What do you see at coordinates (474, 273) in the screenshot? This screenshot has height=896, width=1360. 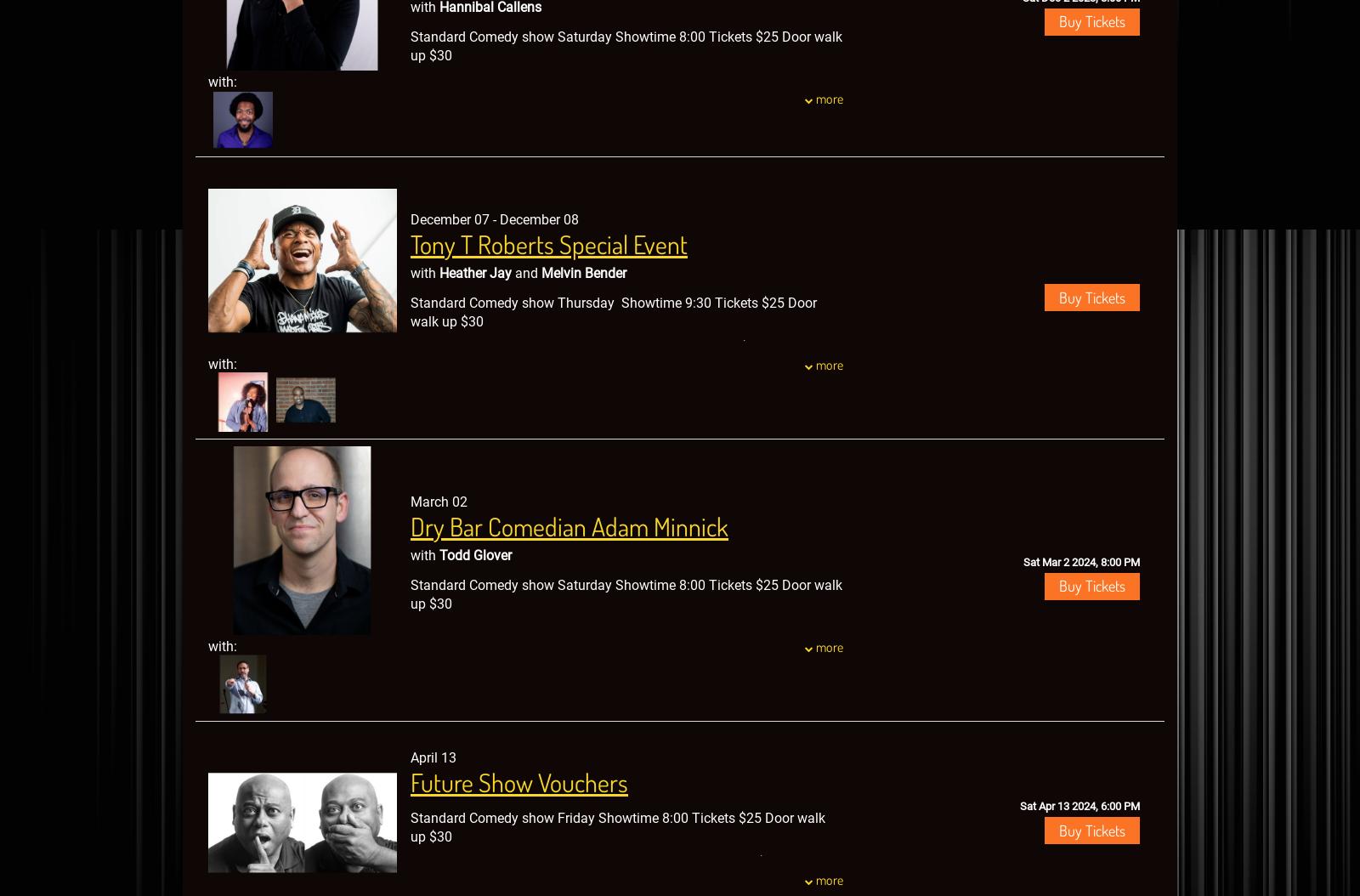 I see `'Heather Jay'` at bounding box center [474, 273].